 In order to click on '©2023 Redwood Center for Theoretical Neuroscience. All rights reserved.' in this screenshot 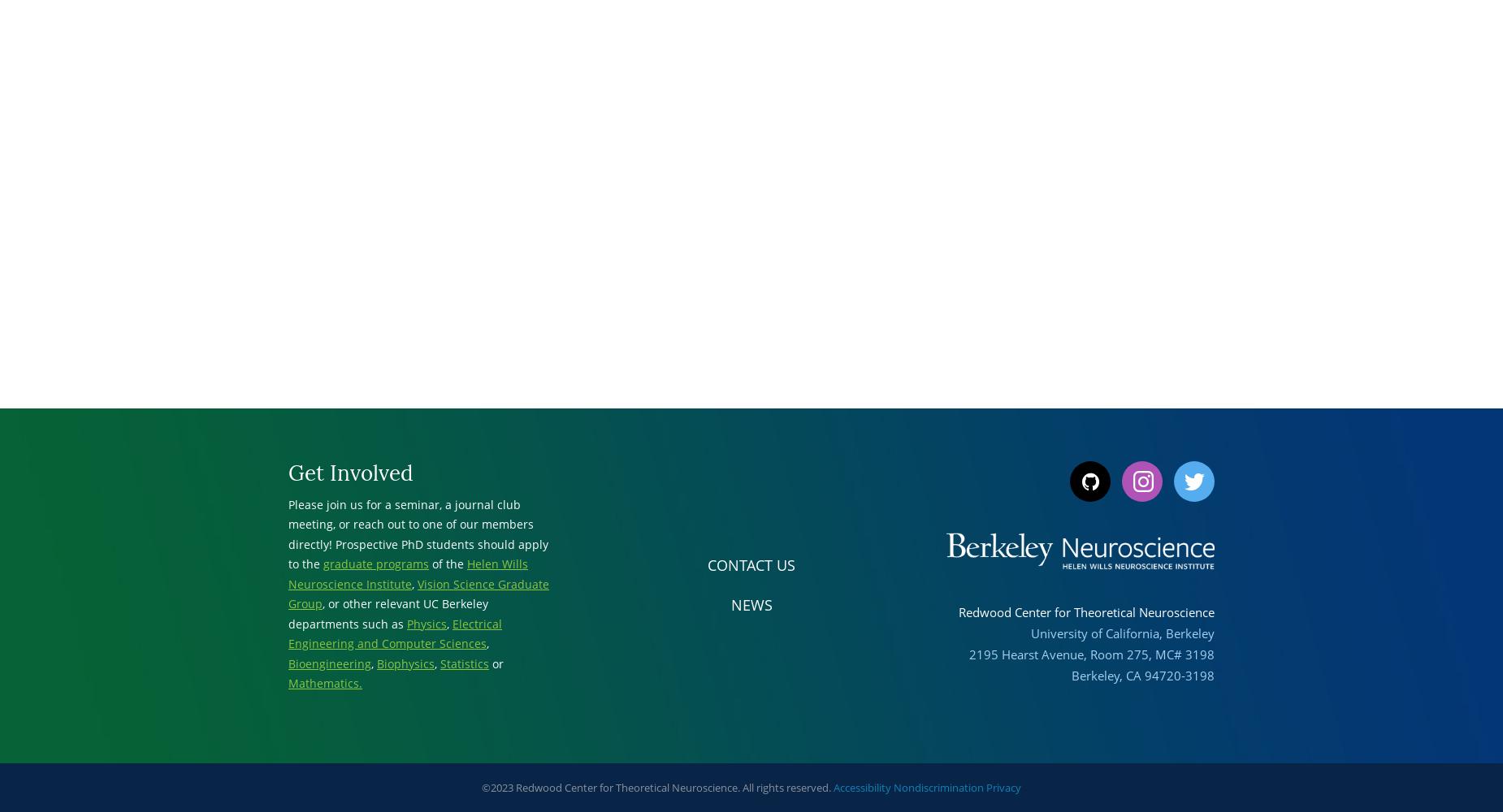, I will do `click(481, 786)`.